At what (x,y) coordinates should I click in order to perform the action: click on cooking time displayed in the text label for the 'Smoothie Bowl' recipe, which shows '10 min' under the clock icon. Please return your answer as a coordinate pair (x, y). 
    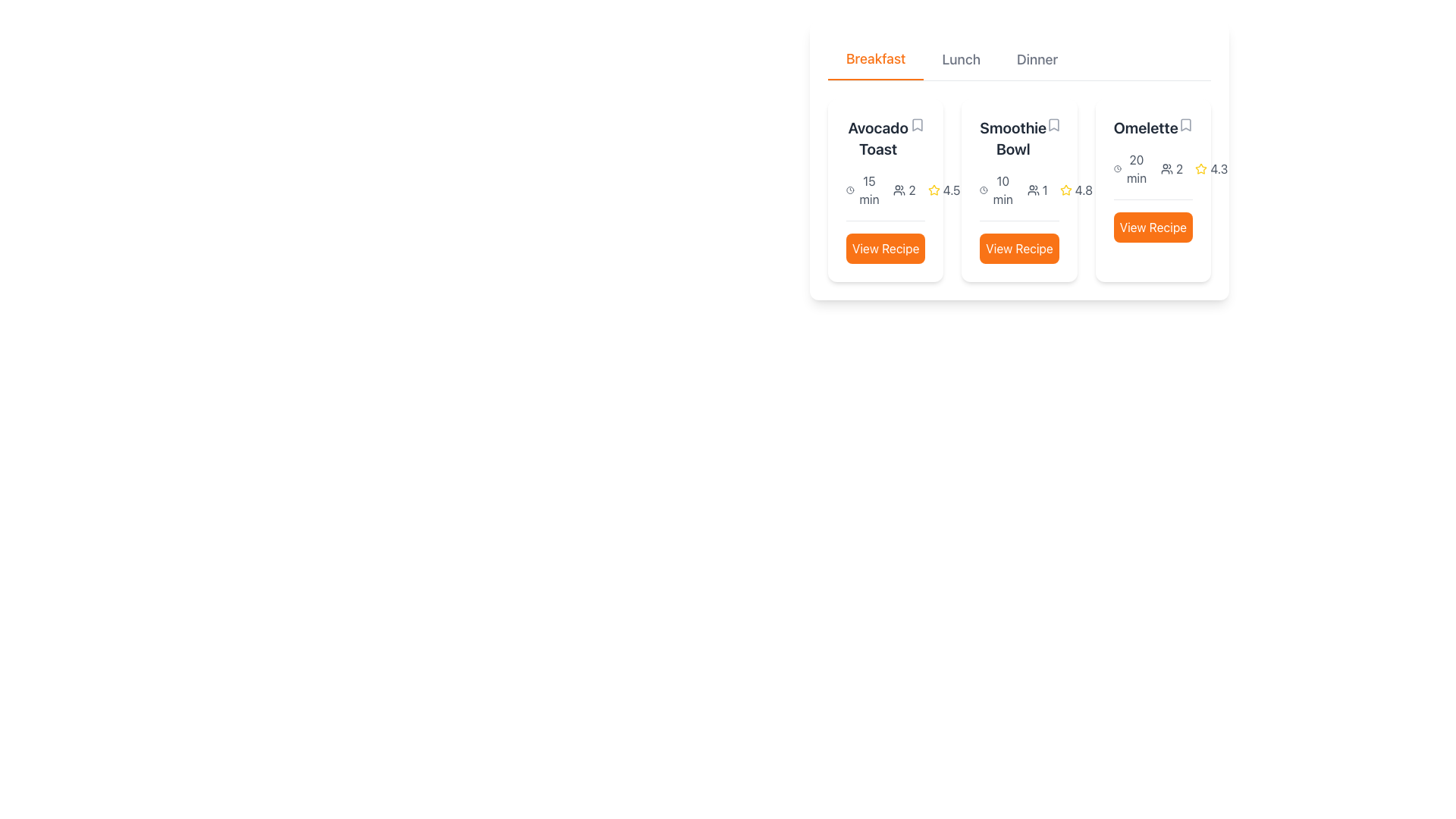
    Looking at the image, I should click on (1003, 189).